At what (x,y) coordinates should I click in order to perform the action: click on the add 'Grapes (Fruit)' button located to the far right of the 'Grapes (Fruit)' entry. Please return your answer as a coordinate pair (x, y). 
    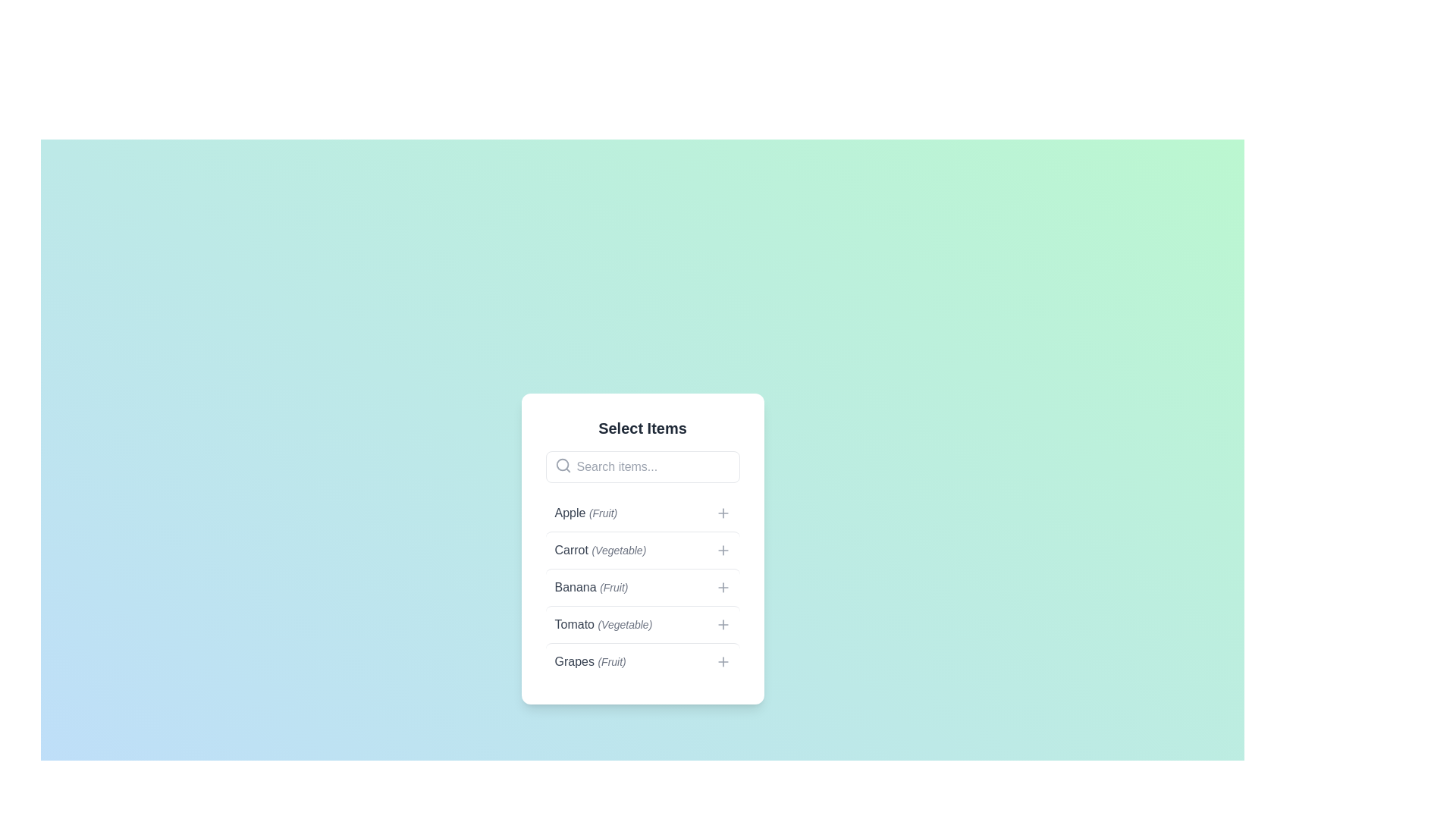
    Looking at the image, I should click on (722, 661).